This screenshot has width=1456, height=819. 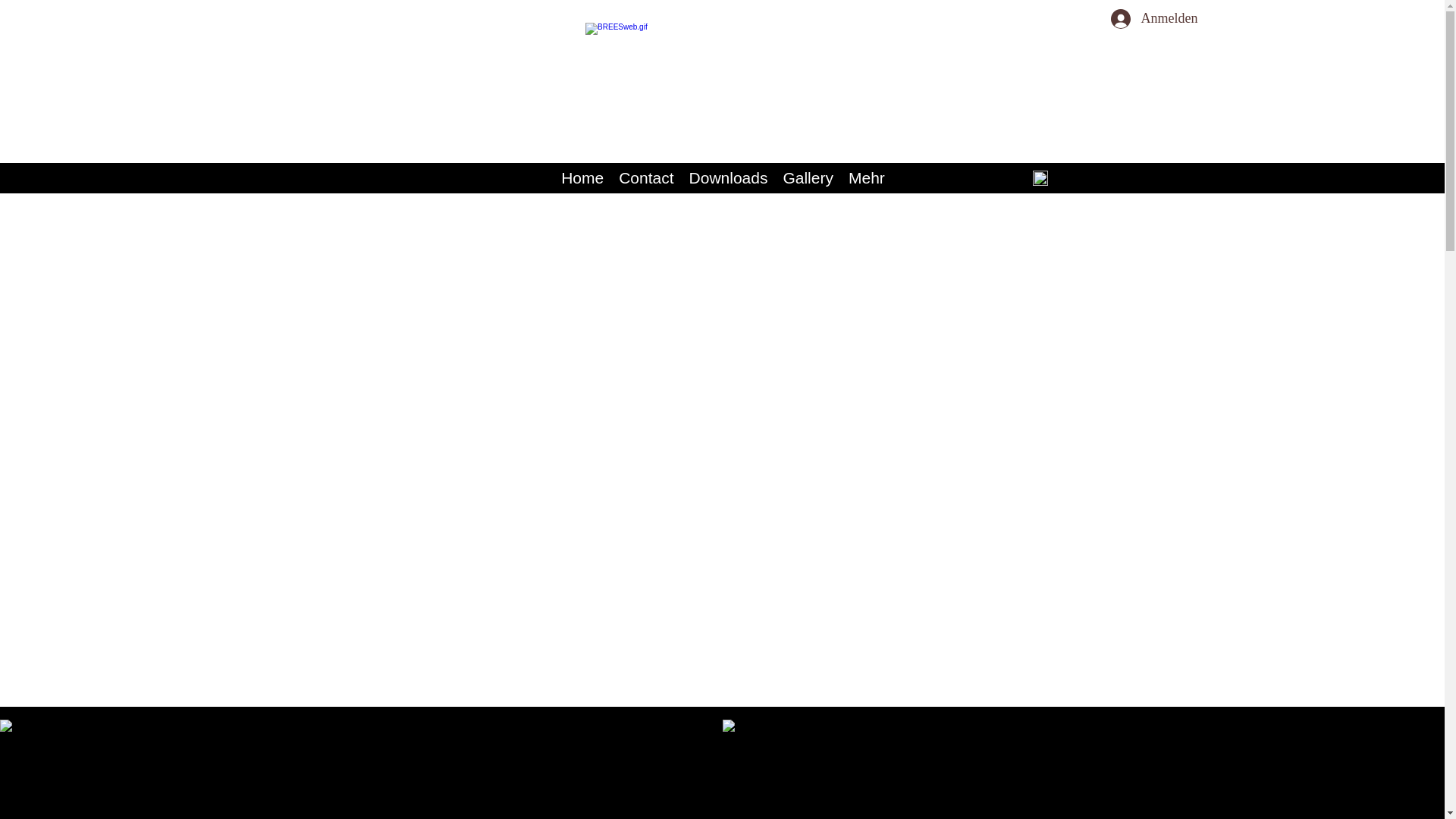 I want to click on 'Gallery', so click(x=807, y=177).